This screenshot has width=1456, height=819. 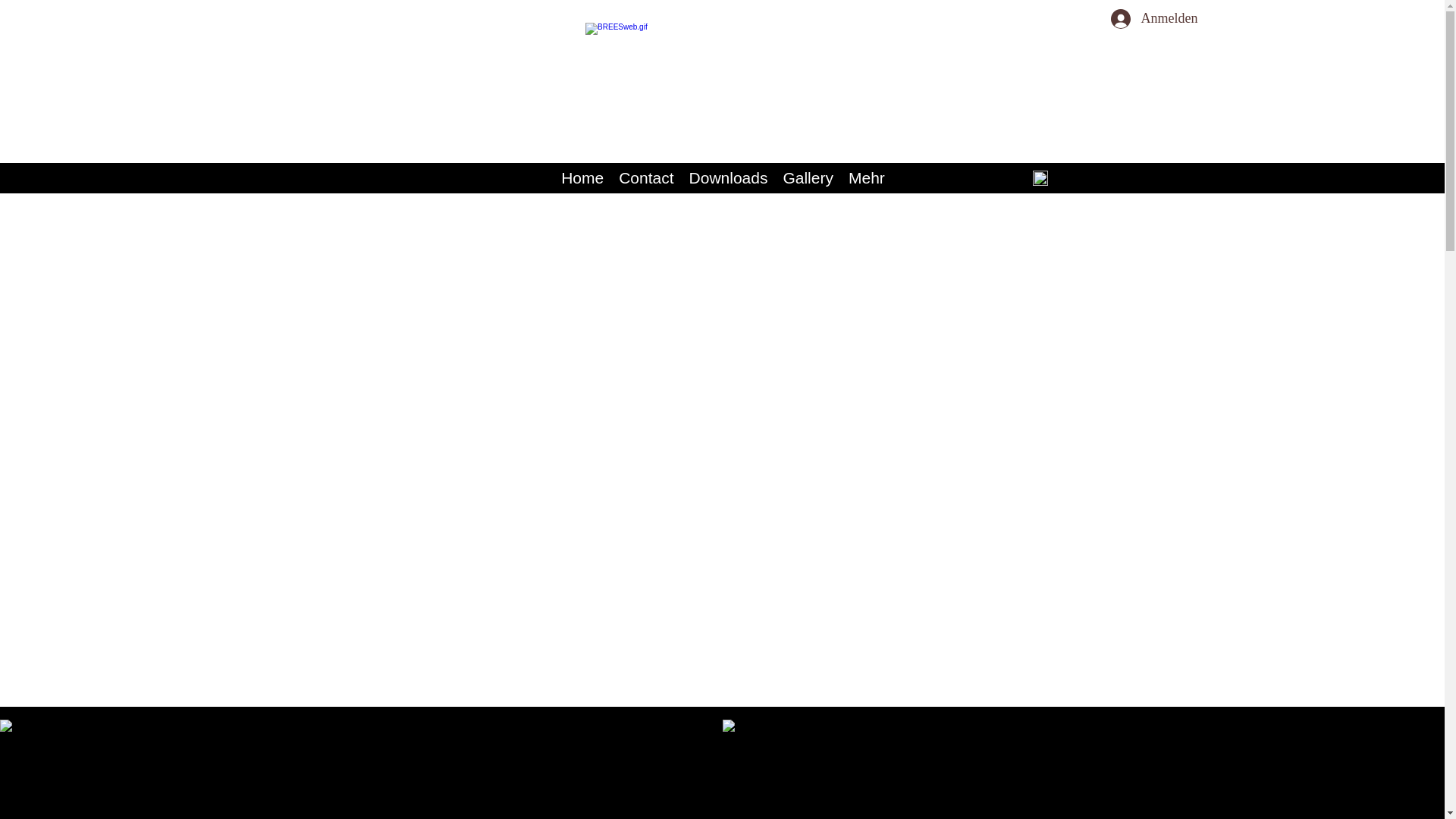 I want to click on 'Gallery', so click(x=807, y=177).